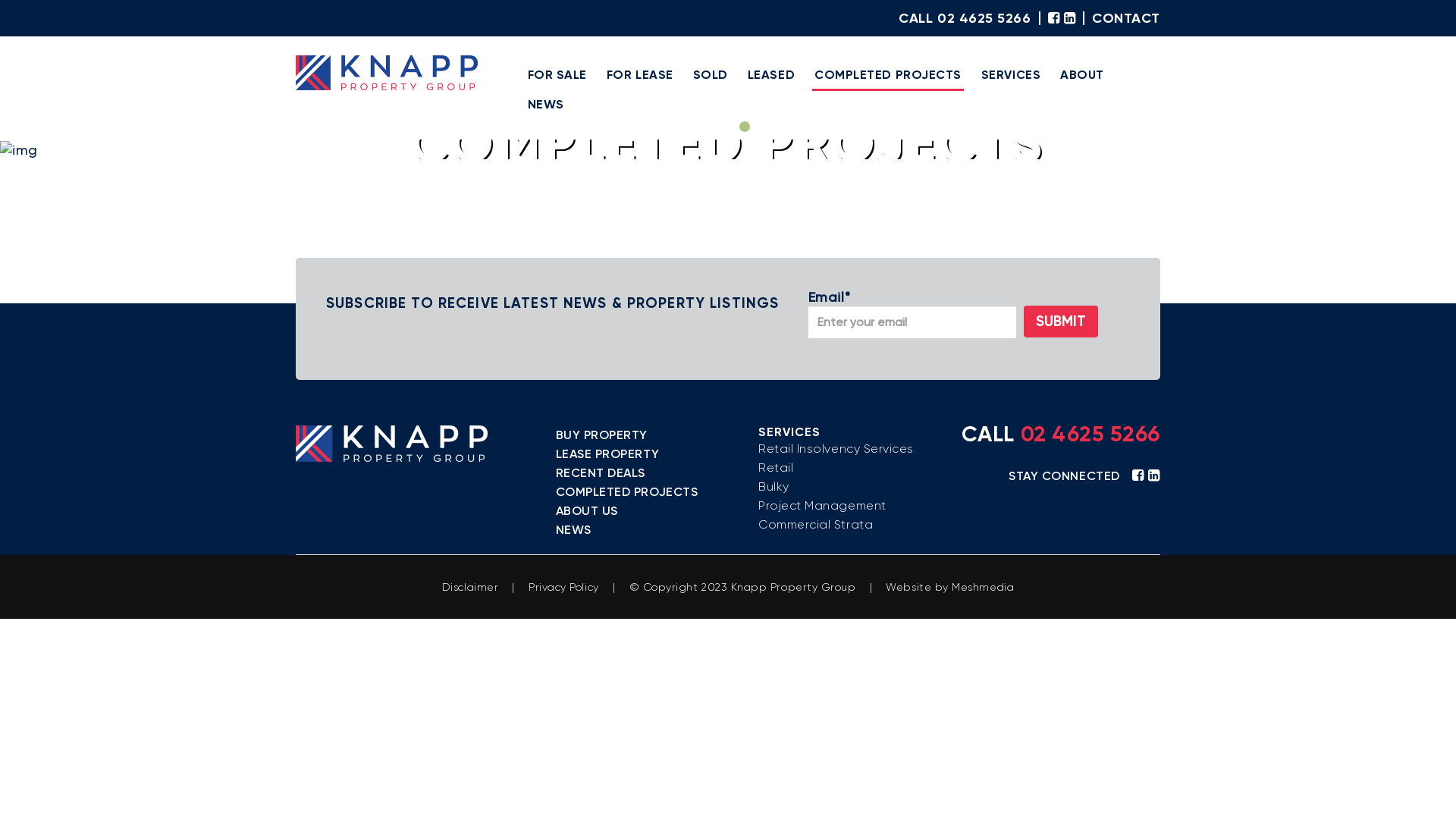  I want to click on 'Meshmedia', so click(983, 586).